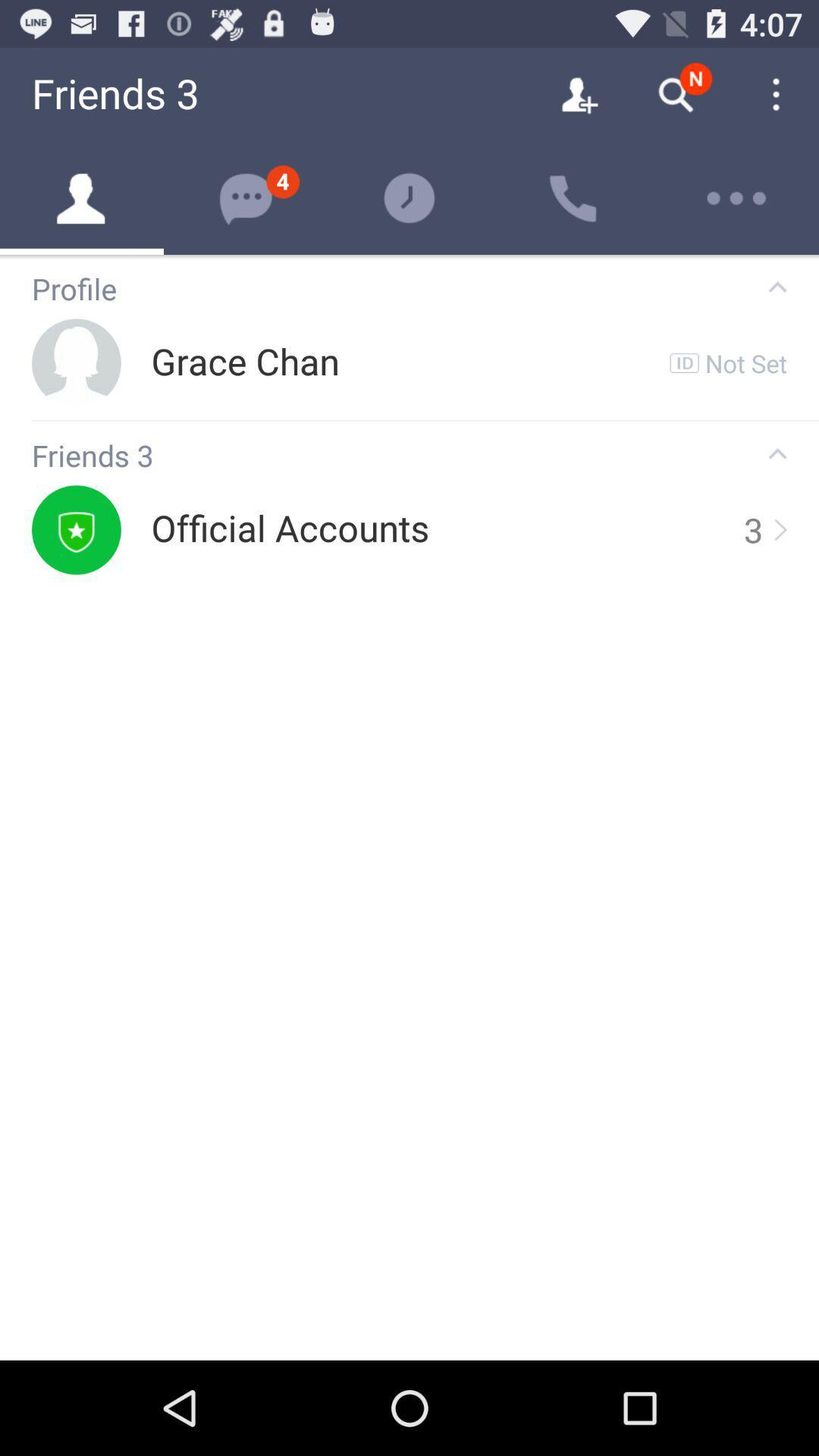 The width and height of the screenshot is (819, 1456). What do you see at coordinates (82, 198) in the screenshot?
I see `the avatar icon` at bounding box center [82, 198].